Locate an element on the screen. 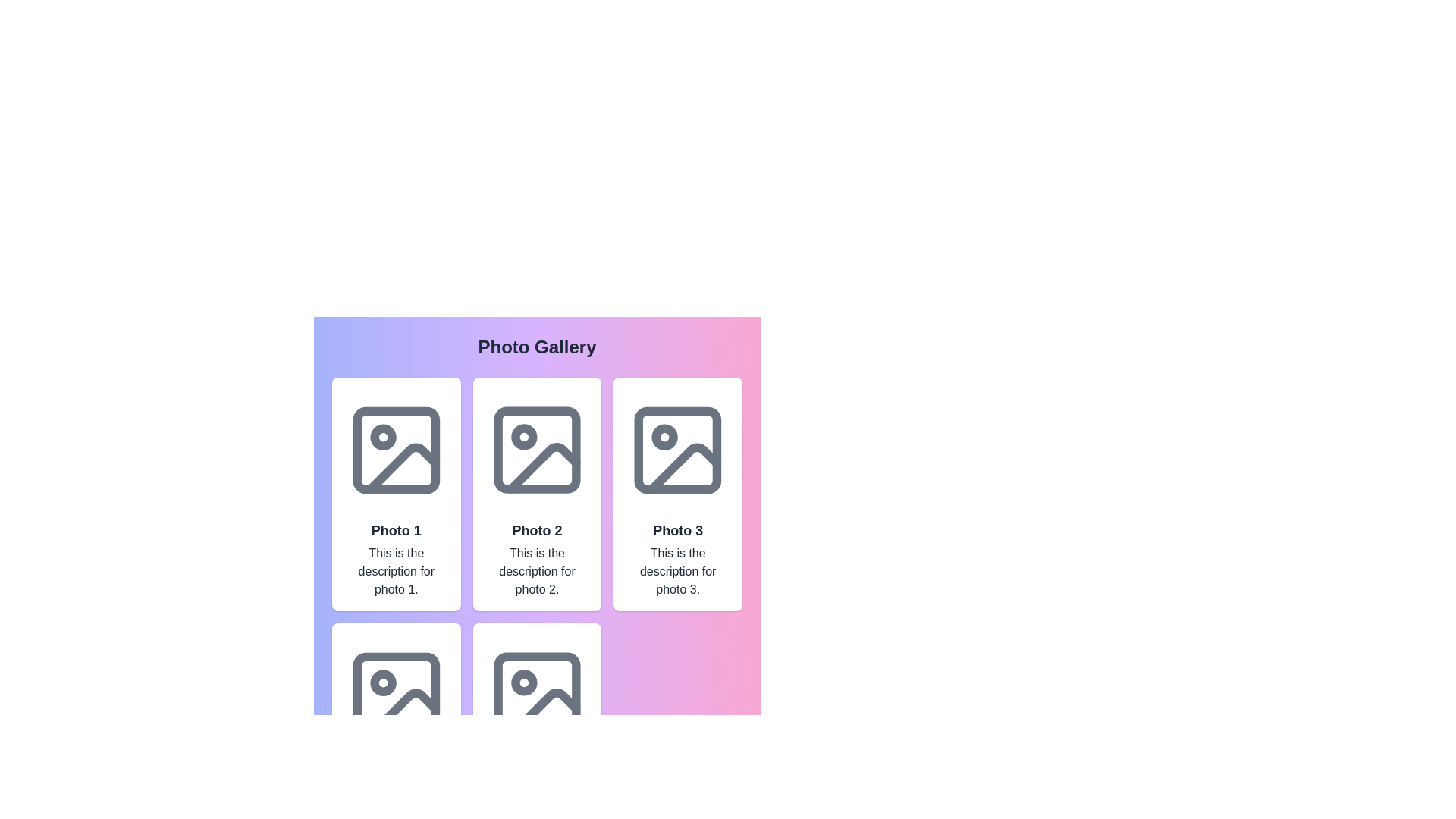  the role of the small circular SVG element located within the third image placeholder is located at coordinates (665, 437).